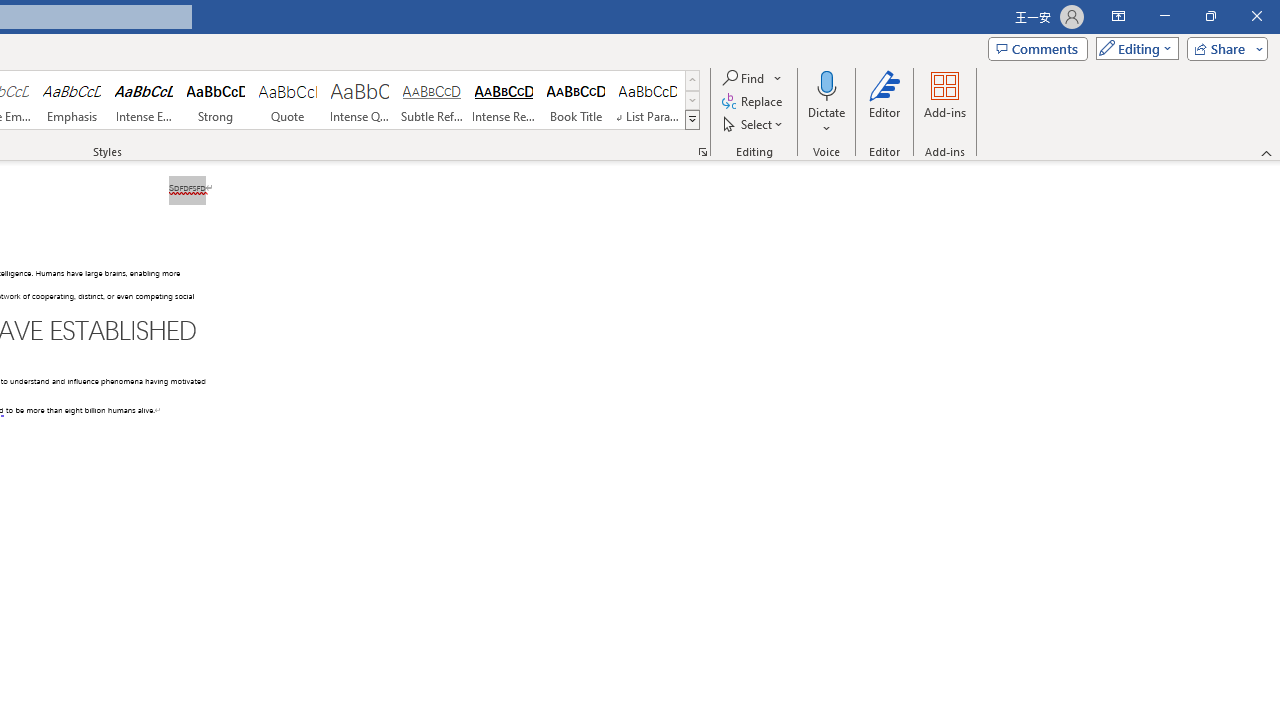 This screenshot has height=720, width=1280. What do you see at coordinates (884, 103) in the screenshot?
I see `'Editor'` at bounding box center [884, 103].